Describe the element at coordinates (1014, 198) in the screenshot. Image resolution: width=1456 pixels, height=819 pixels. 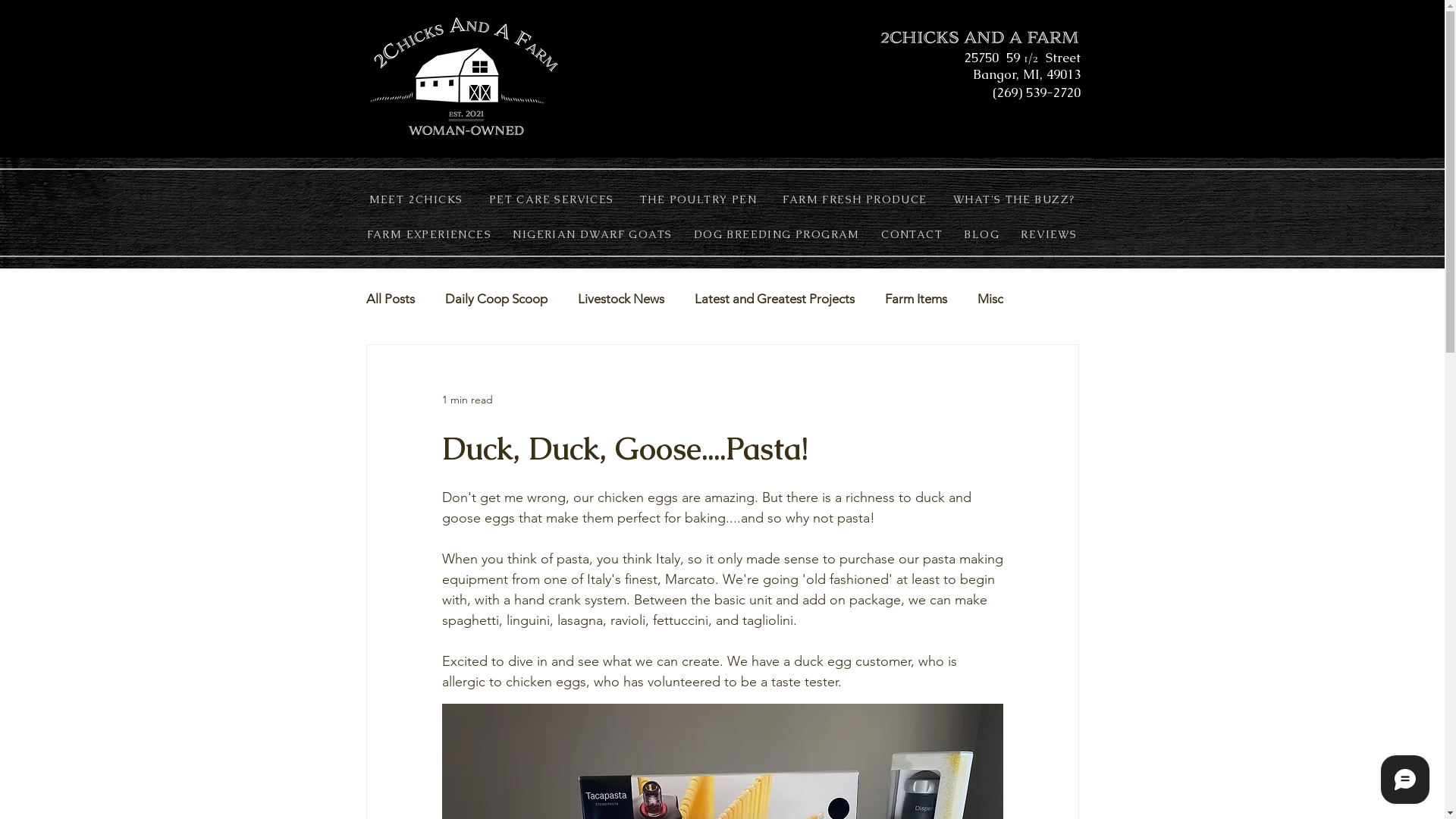
I see `'WHAT'S THE BUZZ?'` at that location.